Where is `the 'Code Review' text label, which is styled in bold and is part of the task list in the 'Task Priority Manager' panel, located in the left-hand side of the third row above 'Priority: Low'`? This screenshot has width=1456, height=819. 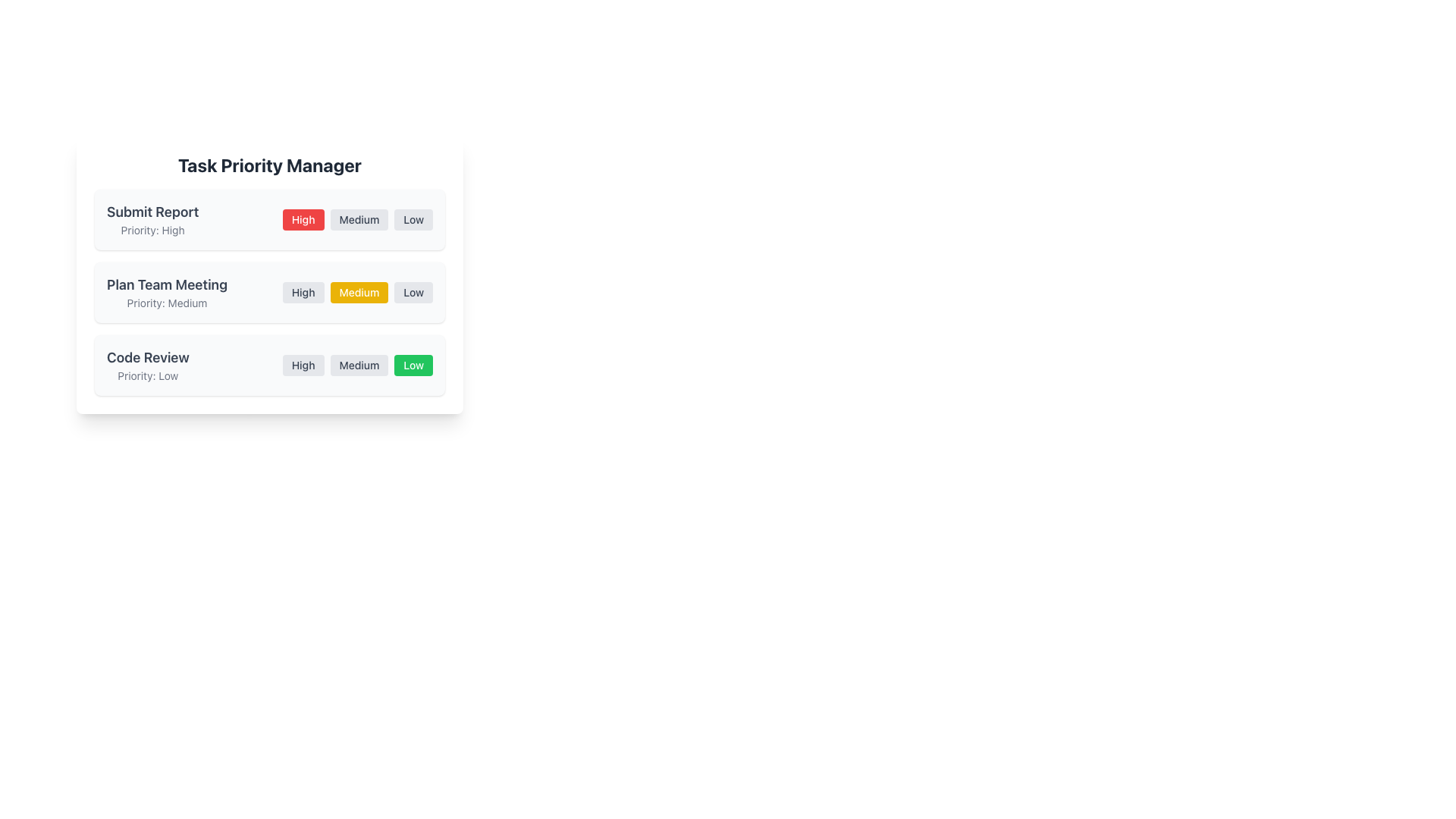 the 'Code Review' text label, which is styled in bold and is part of the task list in the 'Task Priority Manager' panel, located in the left-hand side of the third row above 'Priority: Low' is located at coordinates (148, 357).